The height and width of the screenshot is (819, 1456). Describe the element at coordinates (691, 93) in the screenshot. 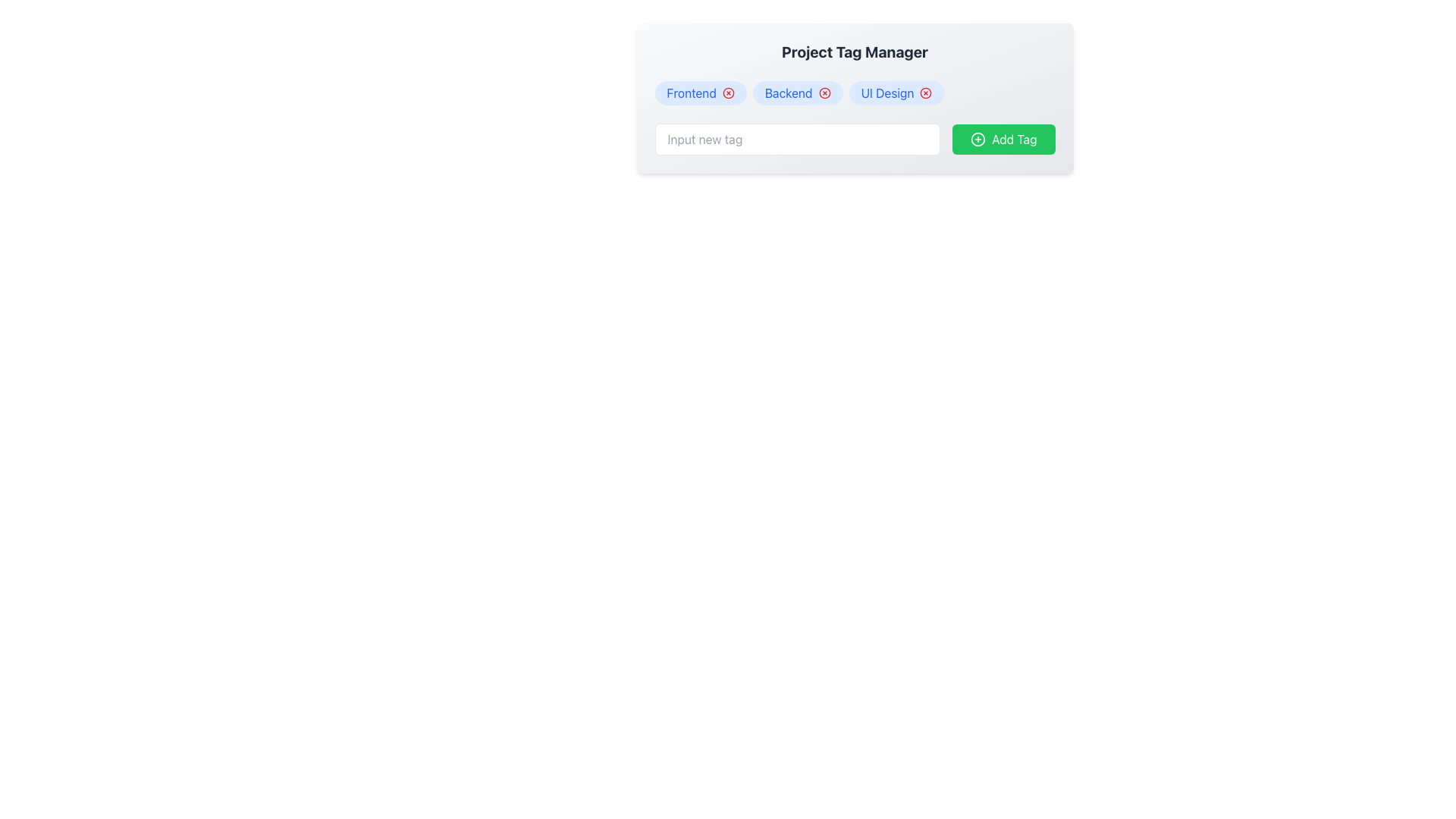

I see `the 'Frontend' tag text label, which is the first tag under the 'Project Tag Manager' heading` at that location.